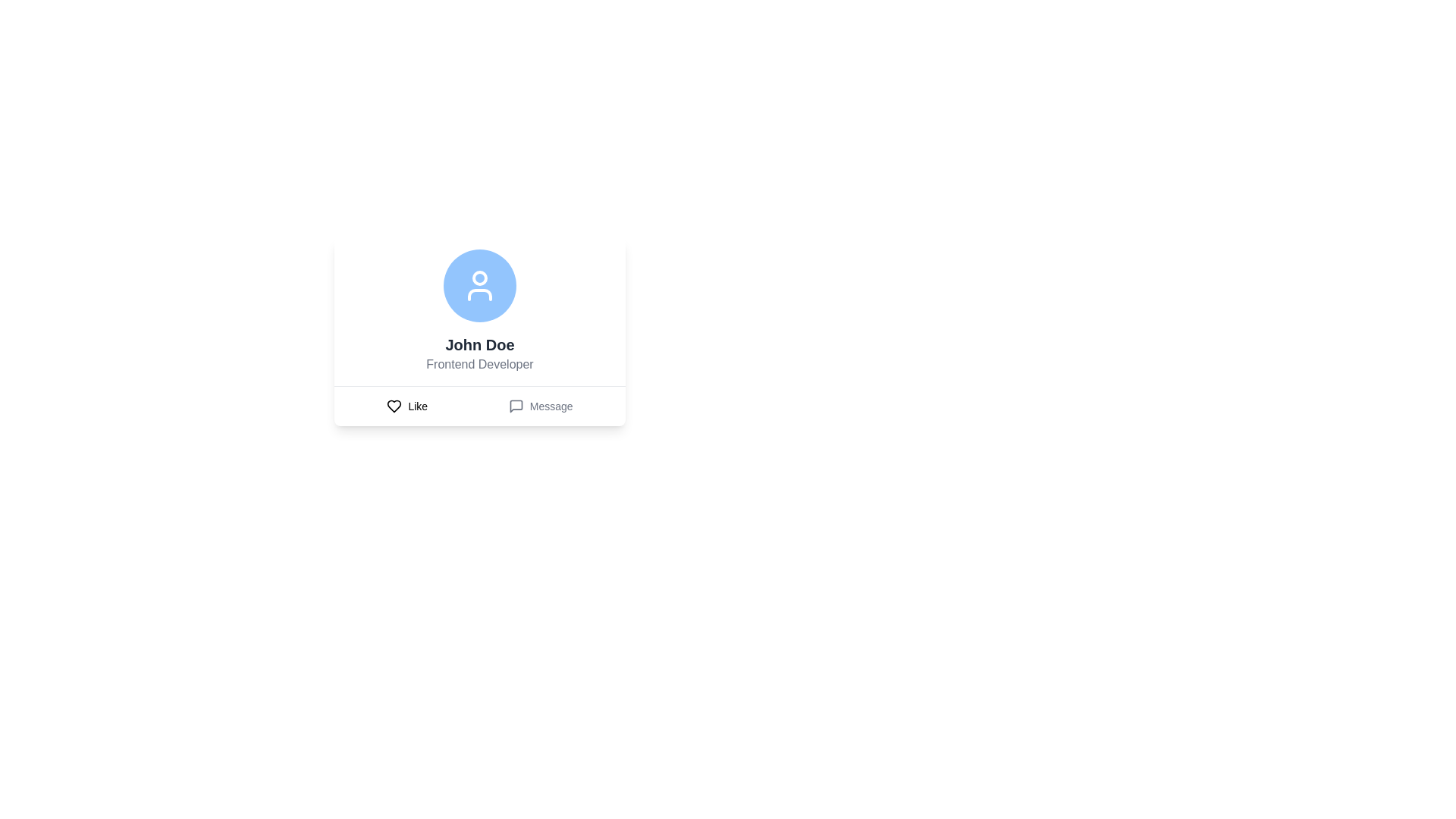 The width and height of the screenshot is (1456, 819). I want to click on the vector graphic element that represents a part of the head-and-shoulders depiction in the user icon, located beneath the top circular section of the icon, so click(479, 295).